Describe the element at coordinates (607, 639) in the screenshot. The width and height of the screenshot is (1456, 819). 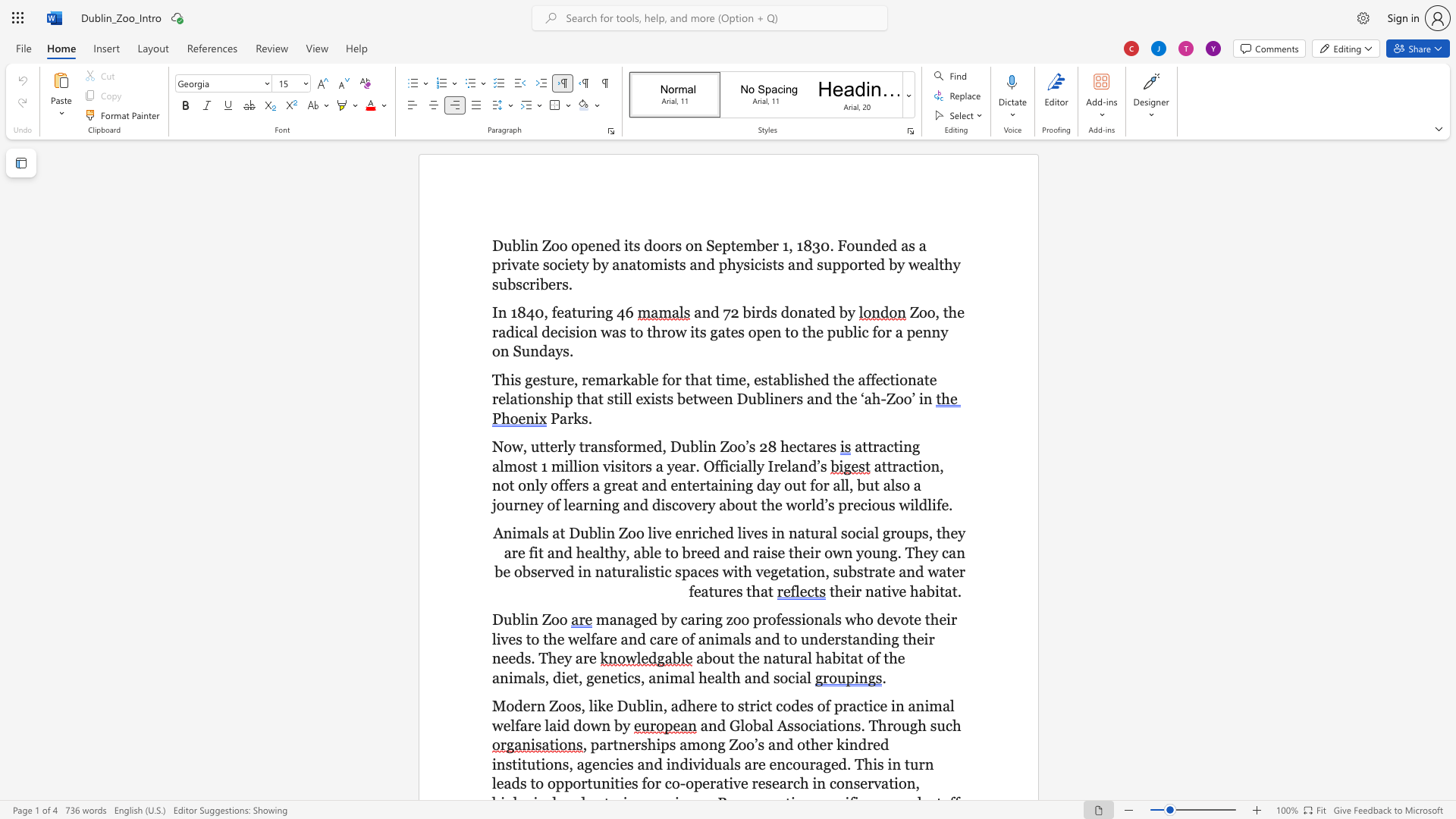
I see `the 4th character "r" in the text` at that location.